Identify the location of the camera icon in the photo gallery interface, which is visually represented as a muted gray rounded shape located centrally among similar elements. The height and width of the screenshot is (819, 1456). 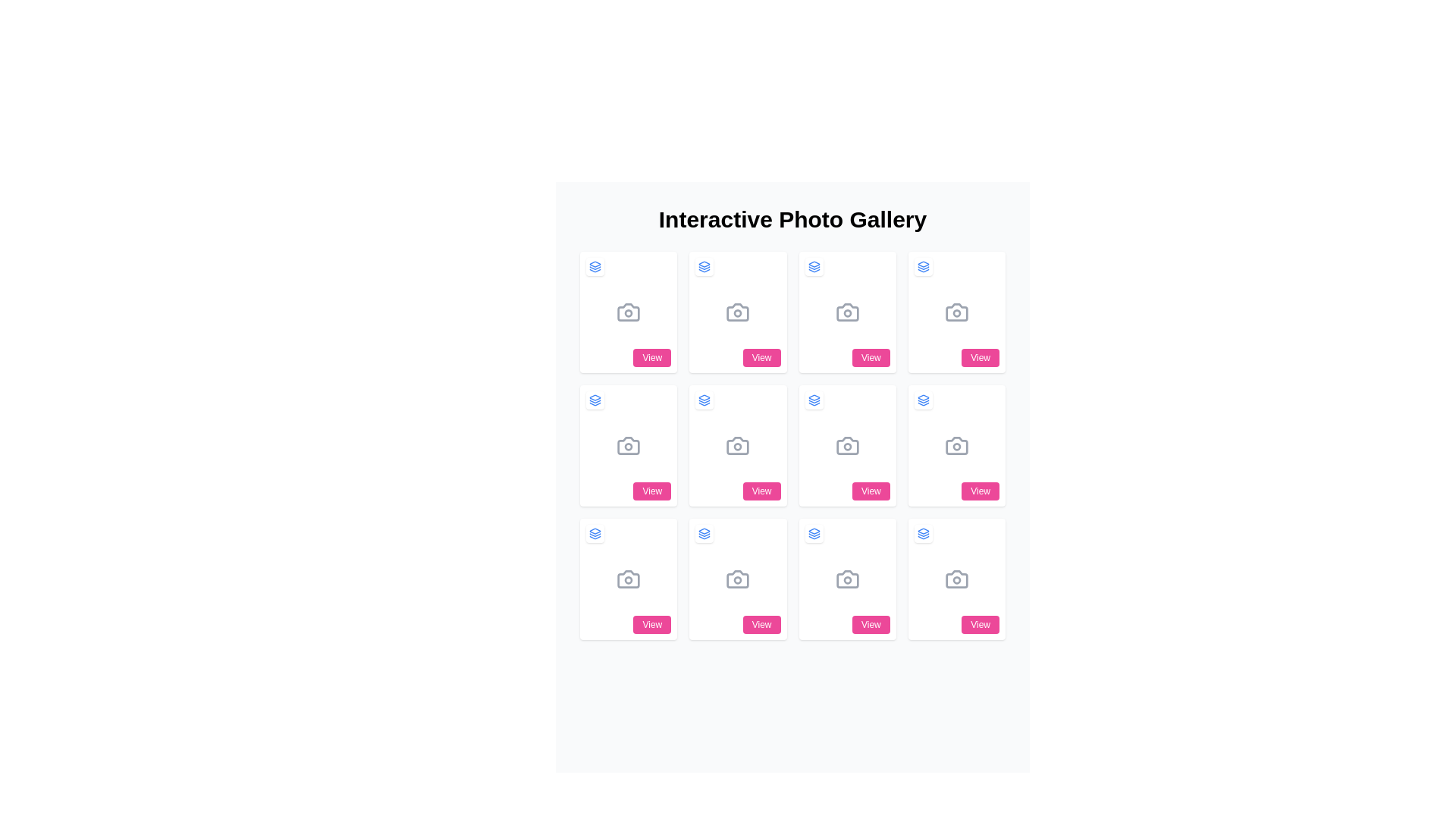
(738, 312).